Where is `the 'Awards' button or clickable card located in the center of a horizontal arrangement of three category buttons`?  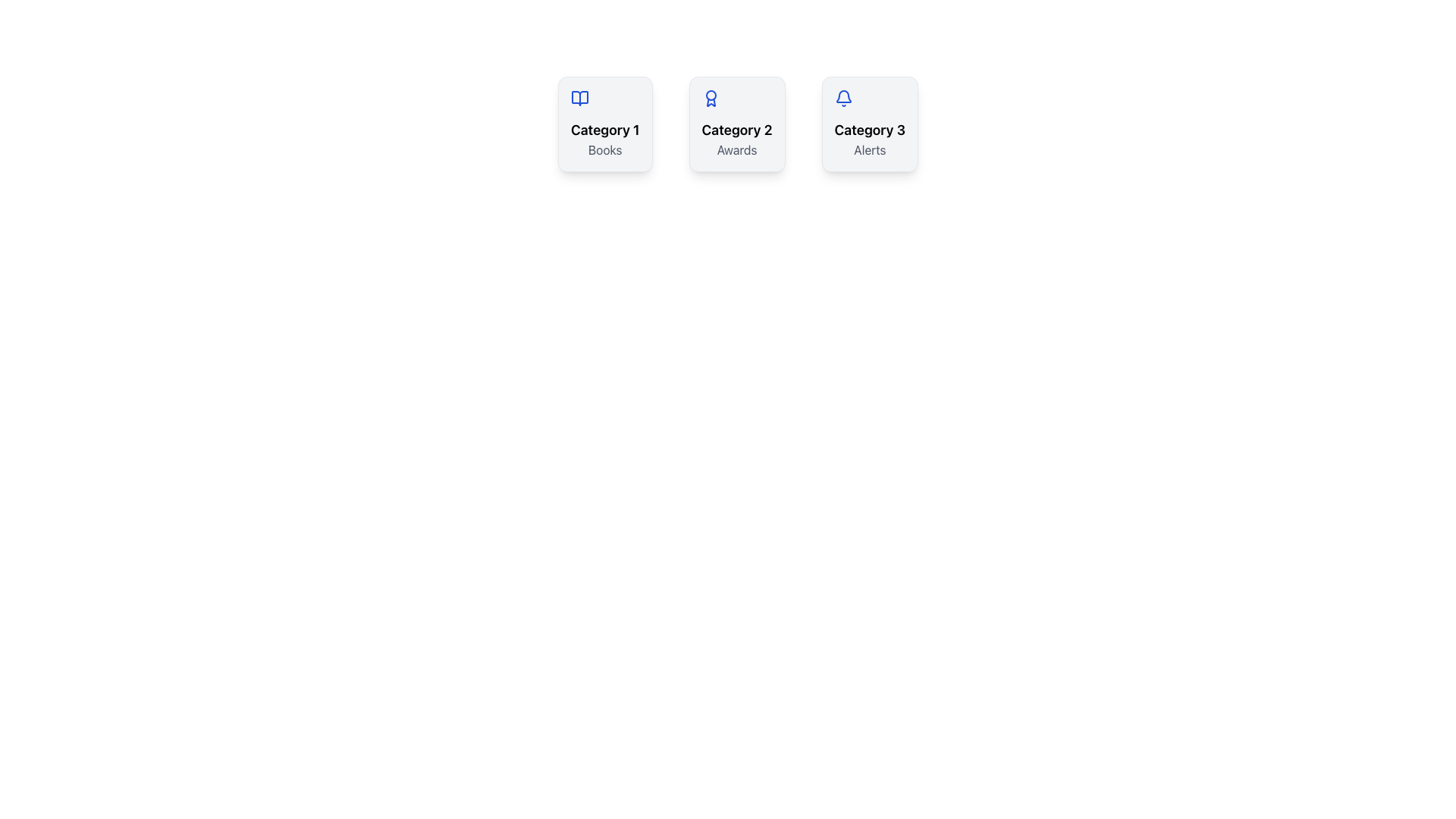
the 'Awards' button or clickable card located in the center of a horizontal arrangement of three category buttons is located at coordinates (737, 124).